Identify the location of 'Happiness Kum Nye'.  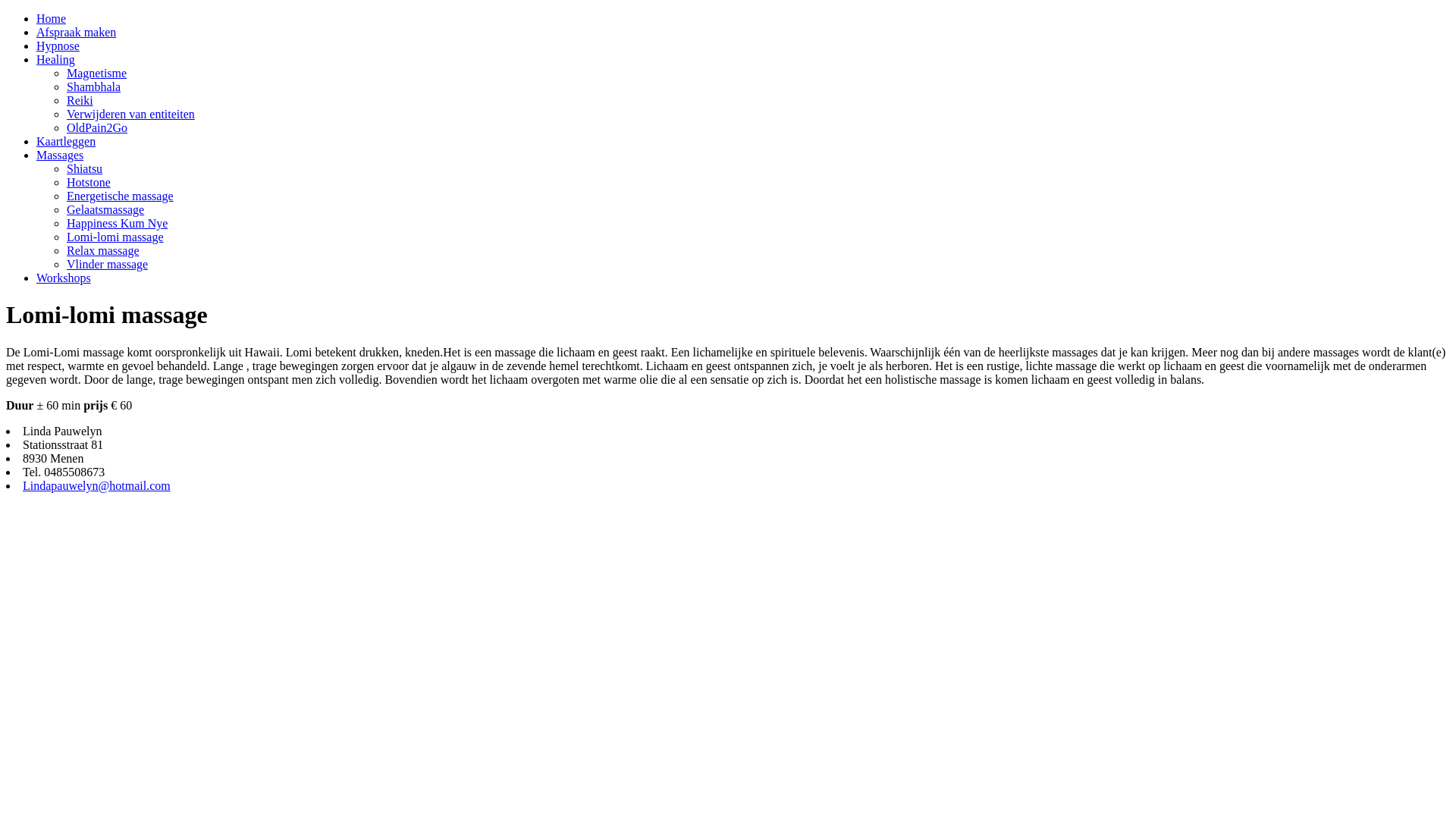
(116, 223).